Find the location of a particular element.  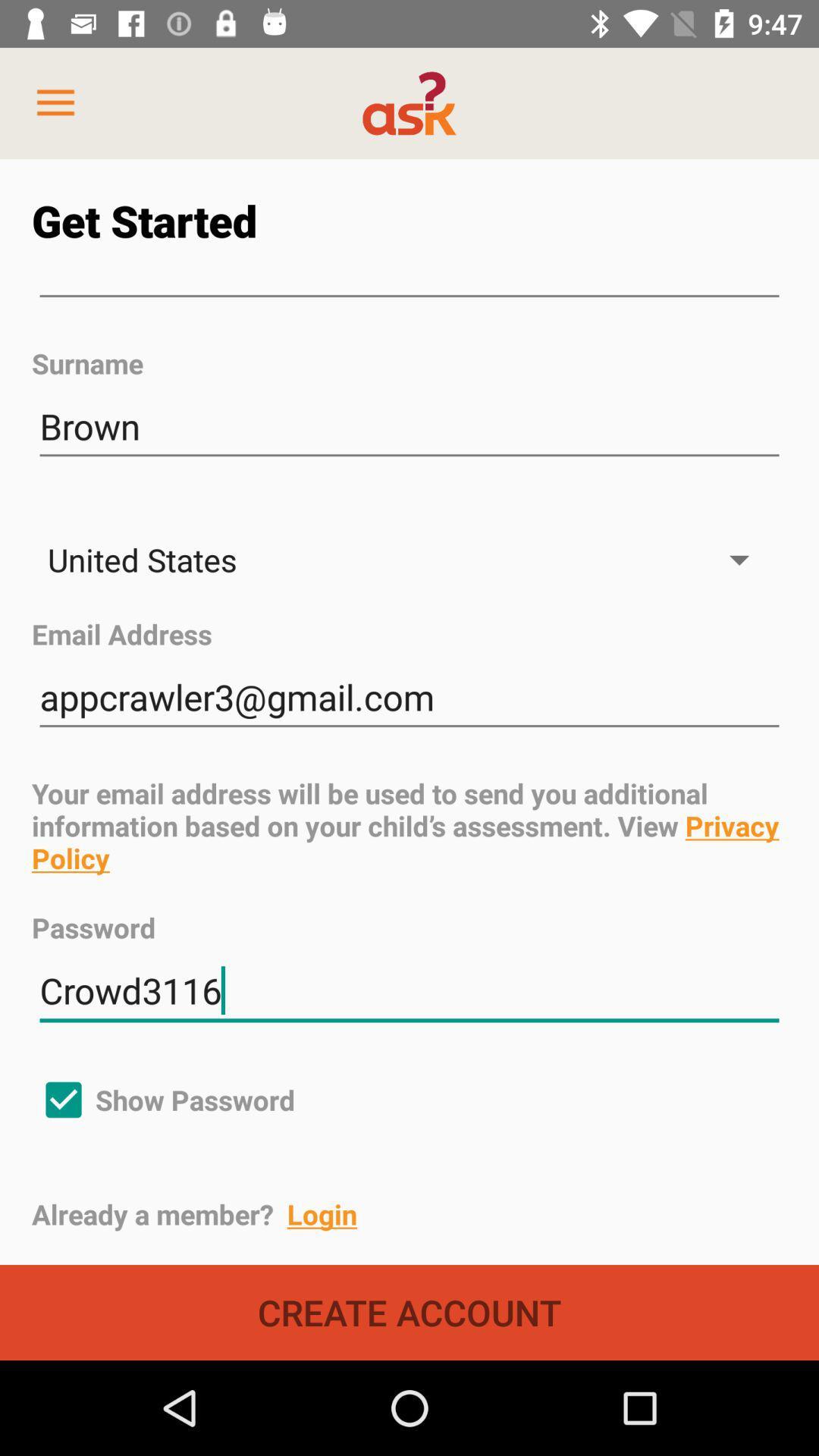

brown is located at coordinates (409, 426).